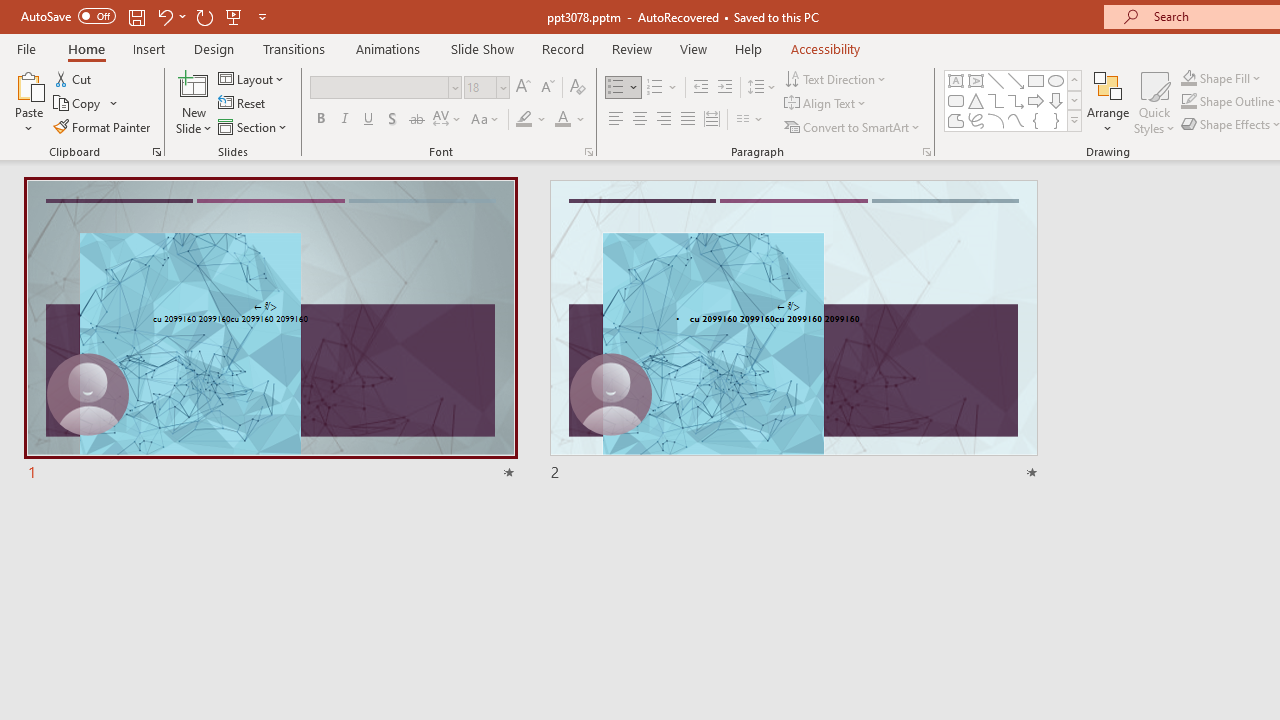  Describe the element at coordinates (1220, 77) in the screenshot. I see `'Shape Fill'` at that location.